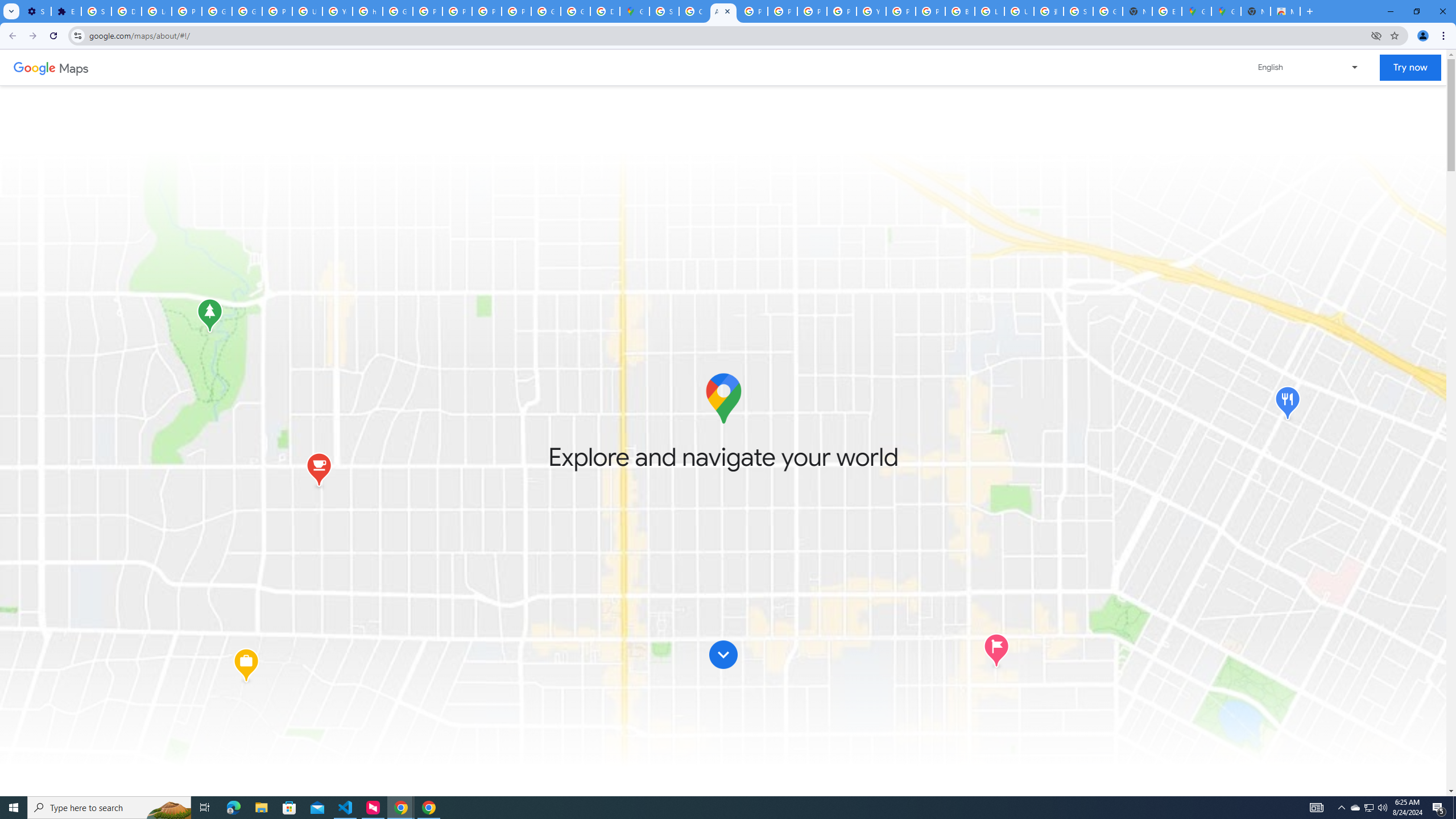  Describe the element at coordinates (36, 11) in the screenshot. I see `'Settings - On startup'` at that location.